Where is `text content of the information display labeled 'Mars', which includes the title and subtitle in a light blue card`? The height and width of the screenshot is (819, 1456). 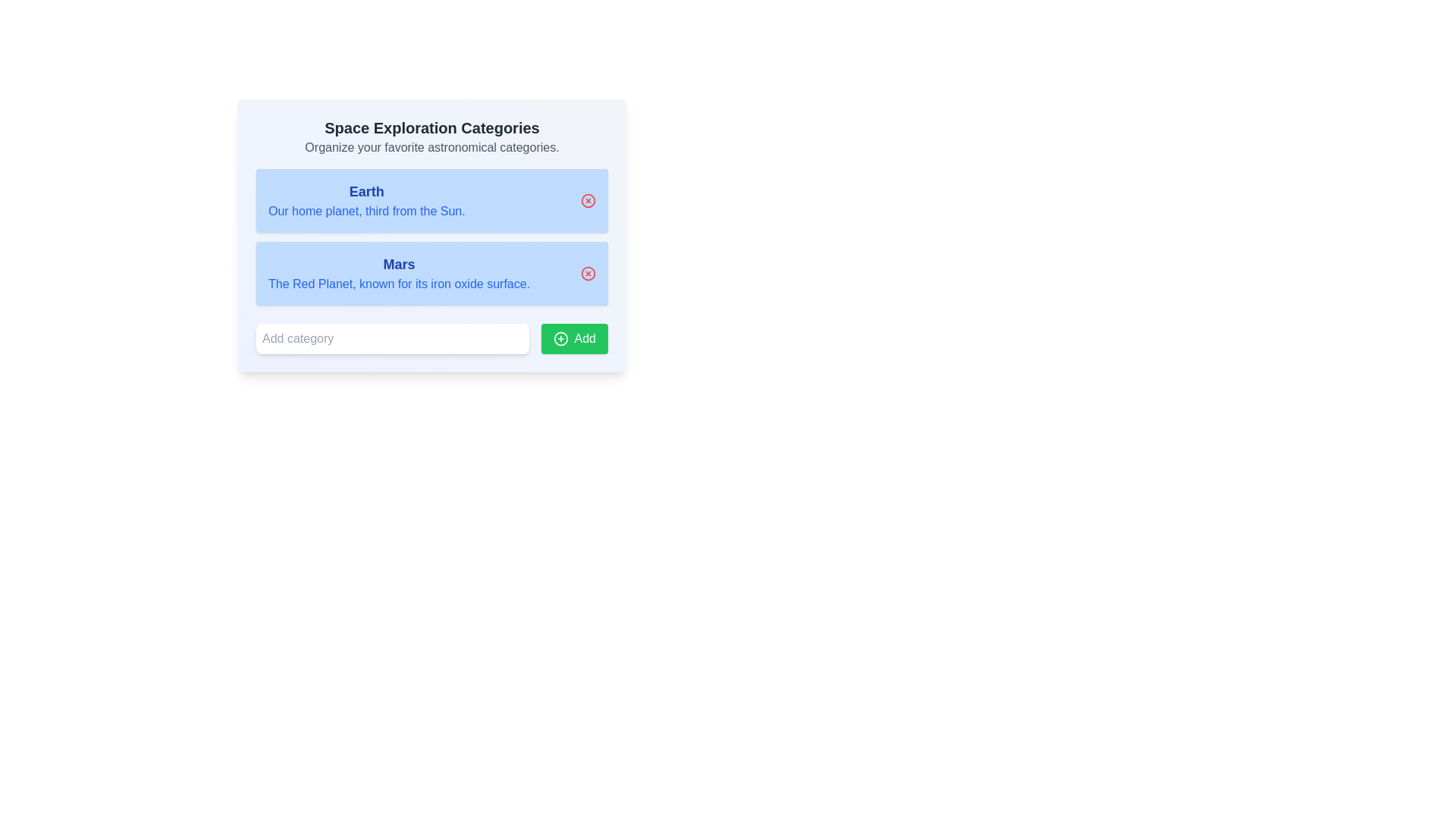 text content of the information display labeled 'Mars', which includes the title and subtitle in a light blue card is located at coordinates (399, 274).